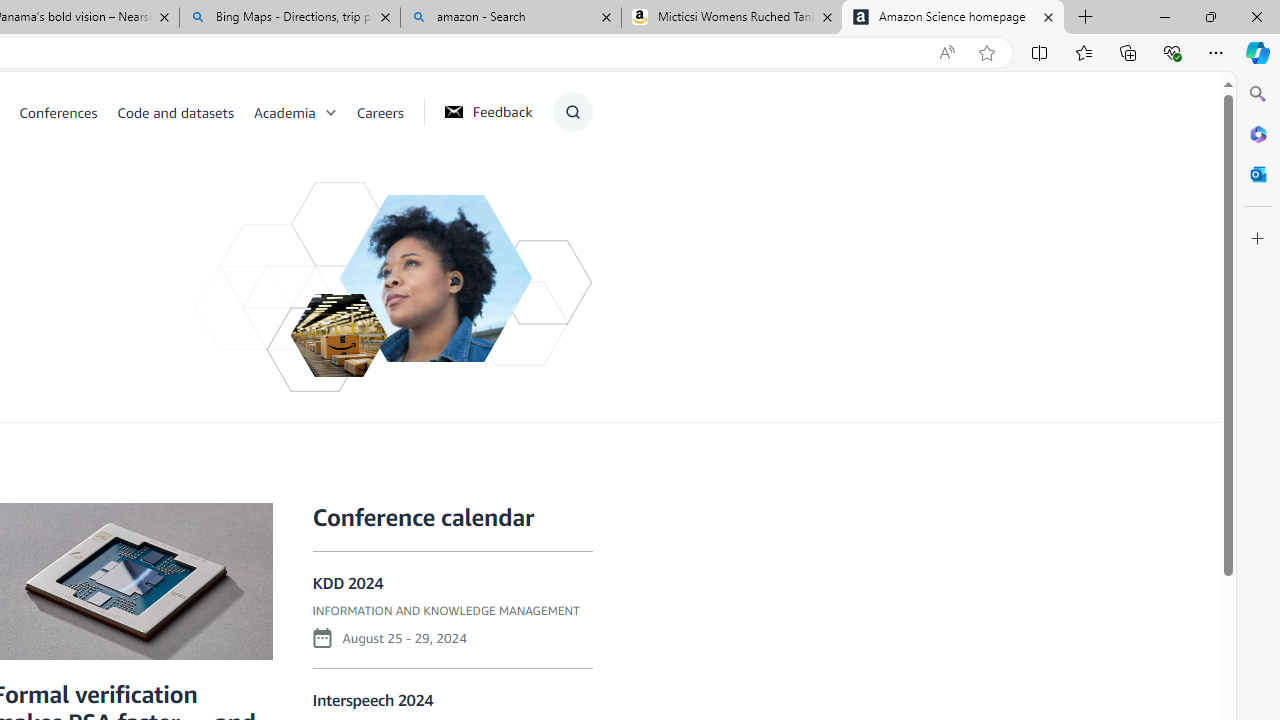 This screenshot has height=720, width=1280. What do you see at coordinates (445, 610) in the screenshot?
I see `'INFORMATION AND KNOWLEDGE MANAGEMENT'` at bounding box center [445, 610].